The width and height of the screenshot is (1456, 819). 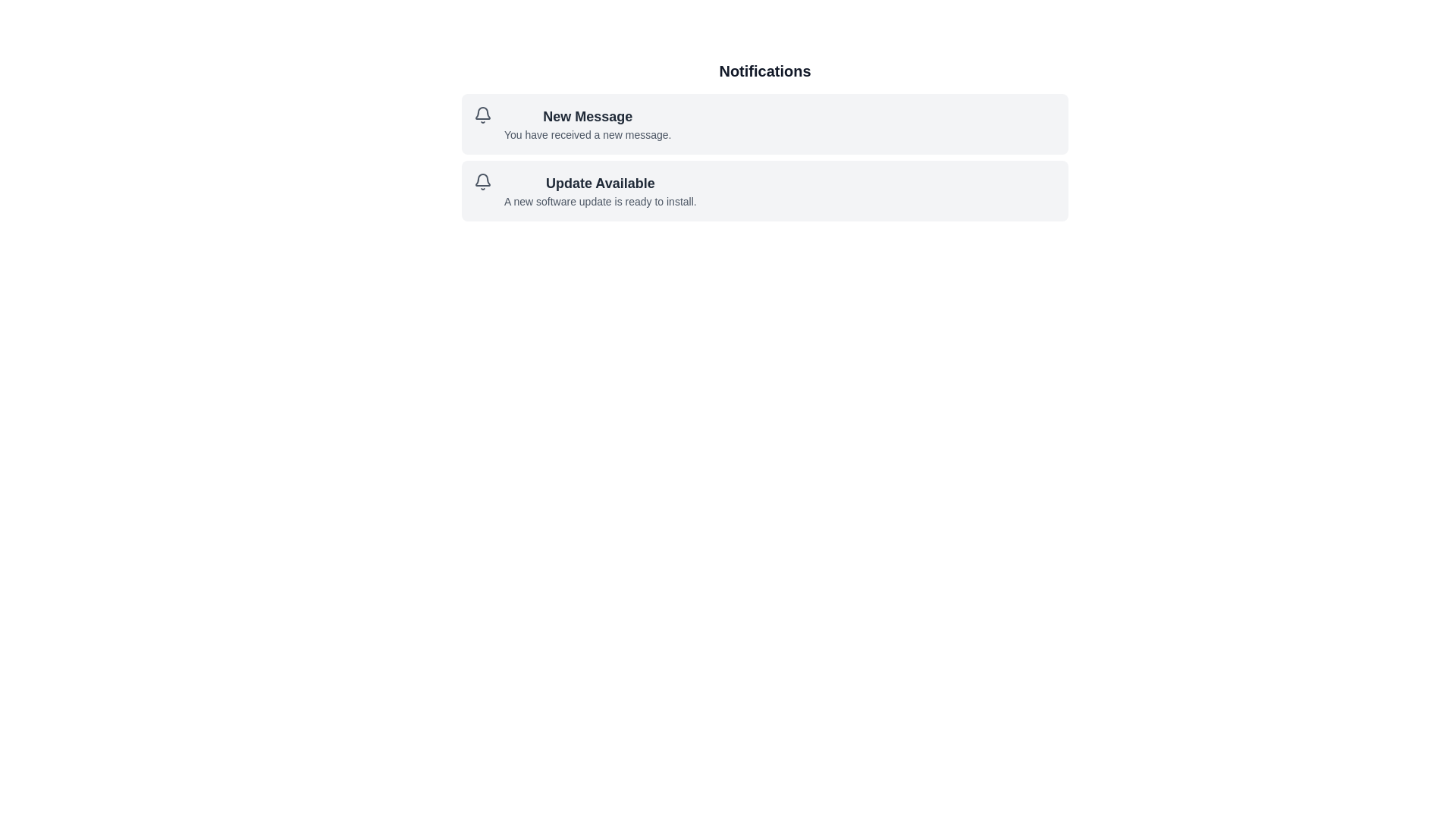 What do you see at coordinates (599, 201) in the screenshot?
I see `the Text Label located directly below the 'Update Available' headline in the notification card` at bounding box center [599, 201].